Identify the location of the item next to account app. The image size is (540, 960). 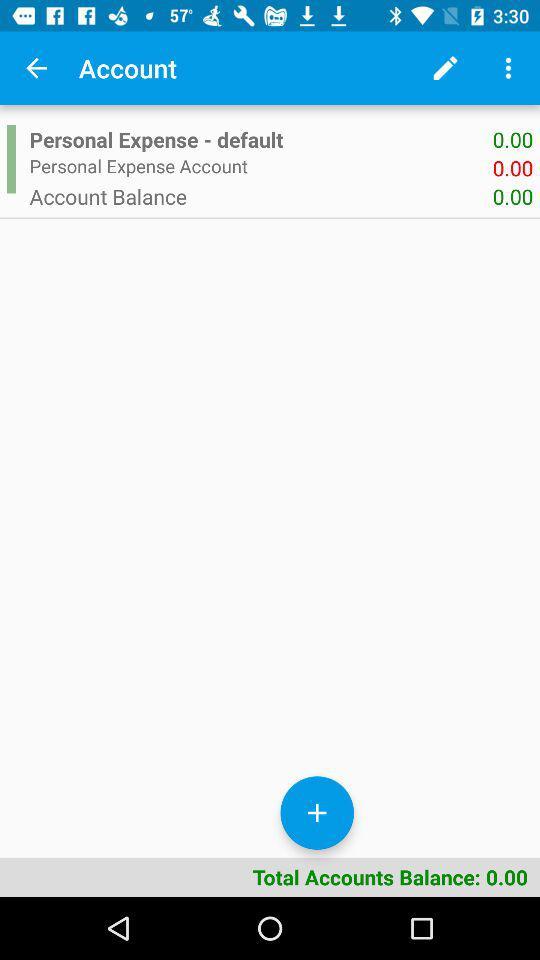
(36, 68).